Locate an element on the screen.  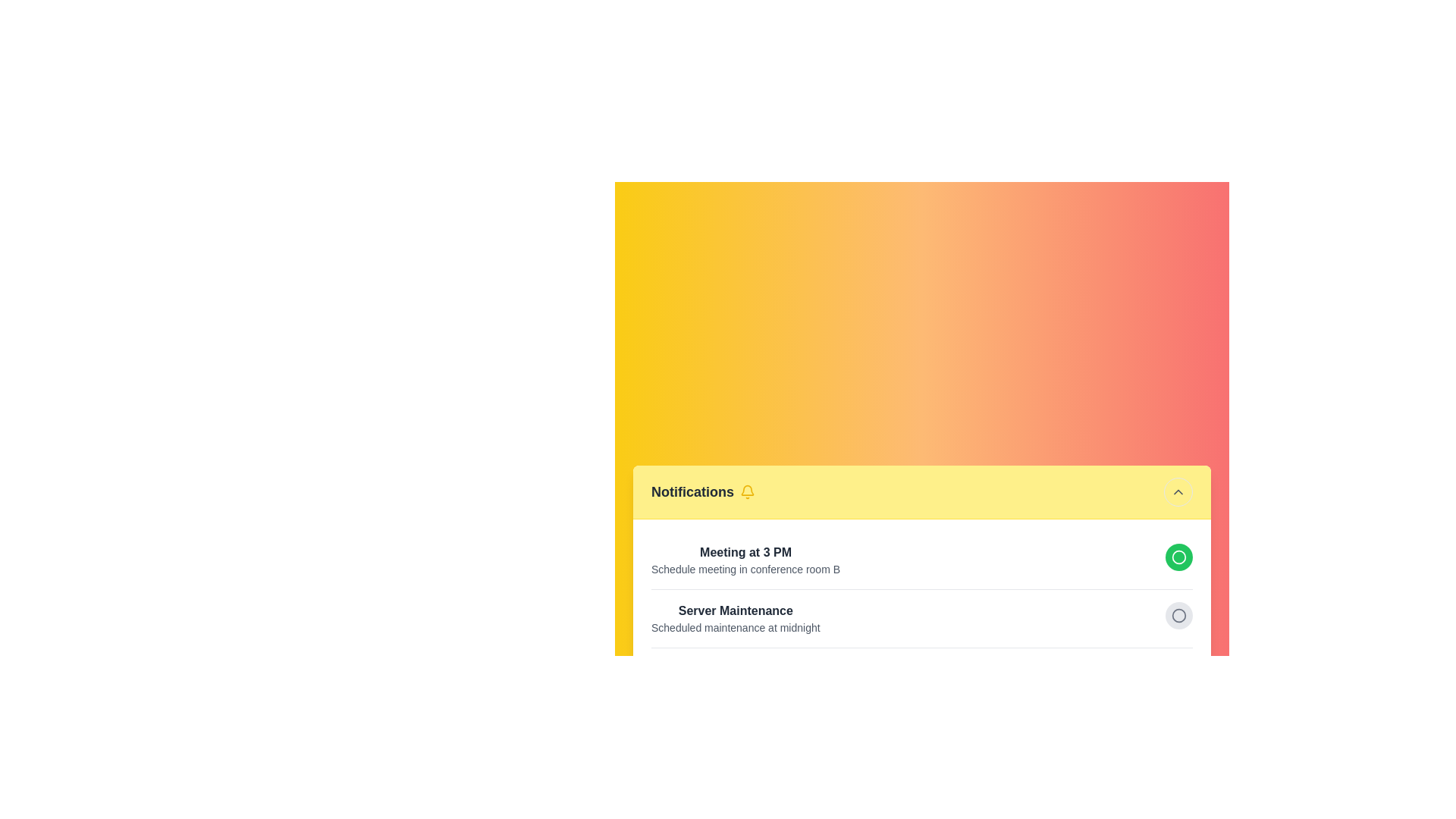
the 'Notifications' text label, which is prominently displayed in bold font on a yellow background in the header area is located at coordinates (692, 491).